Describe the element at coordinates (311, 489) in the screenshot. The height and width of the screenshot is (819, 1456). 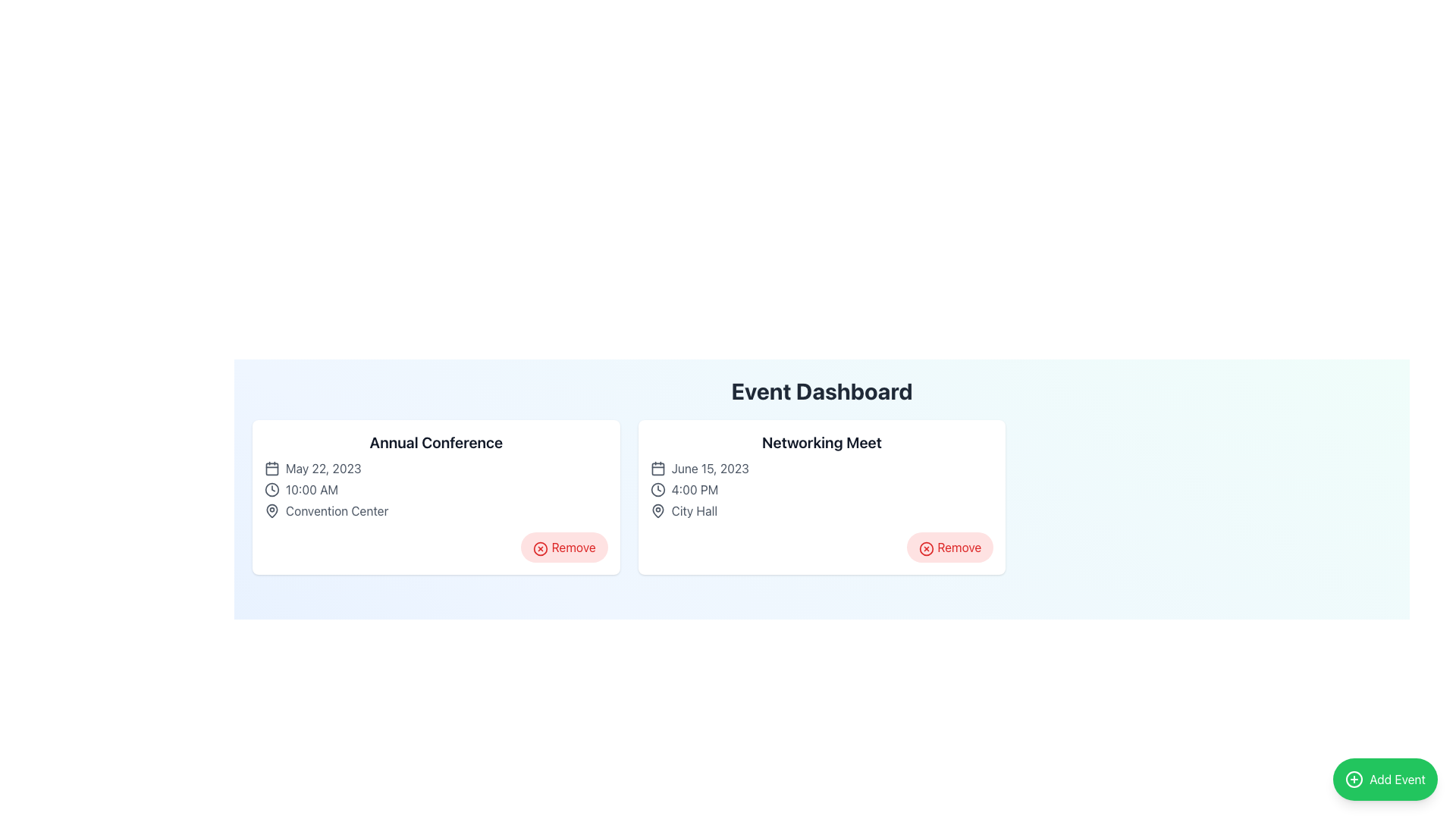
I see `displayed time from the text label located under the 'Annual Conference' heading in the 'Event Dashboard' layout, next to the clock icon and above the text 'Convention Center'` at that location.